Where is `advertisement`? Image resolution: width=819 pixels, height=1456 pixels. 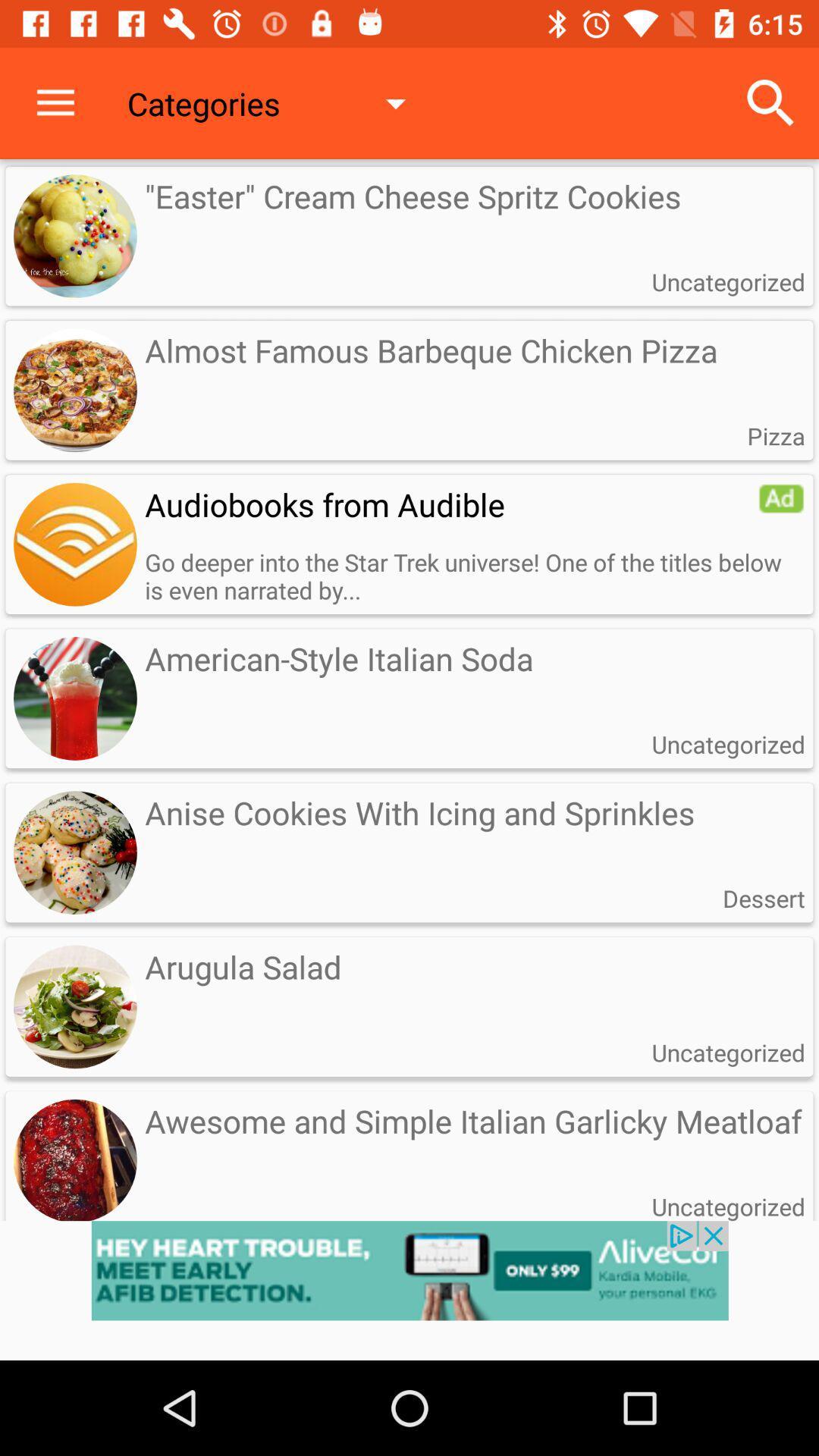
advertisement is located at coordinates (409, 1290).